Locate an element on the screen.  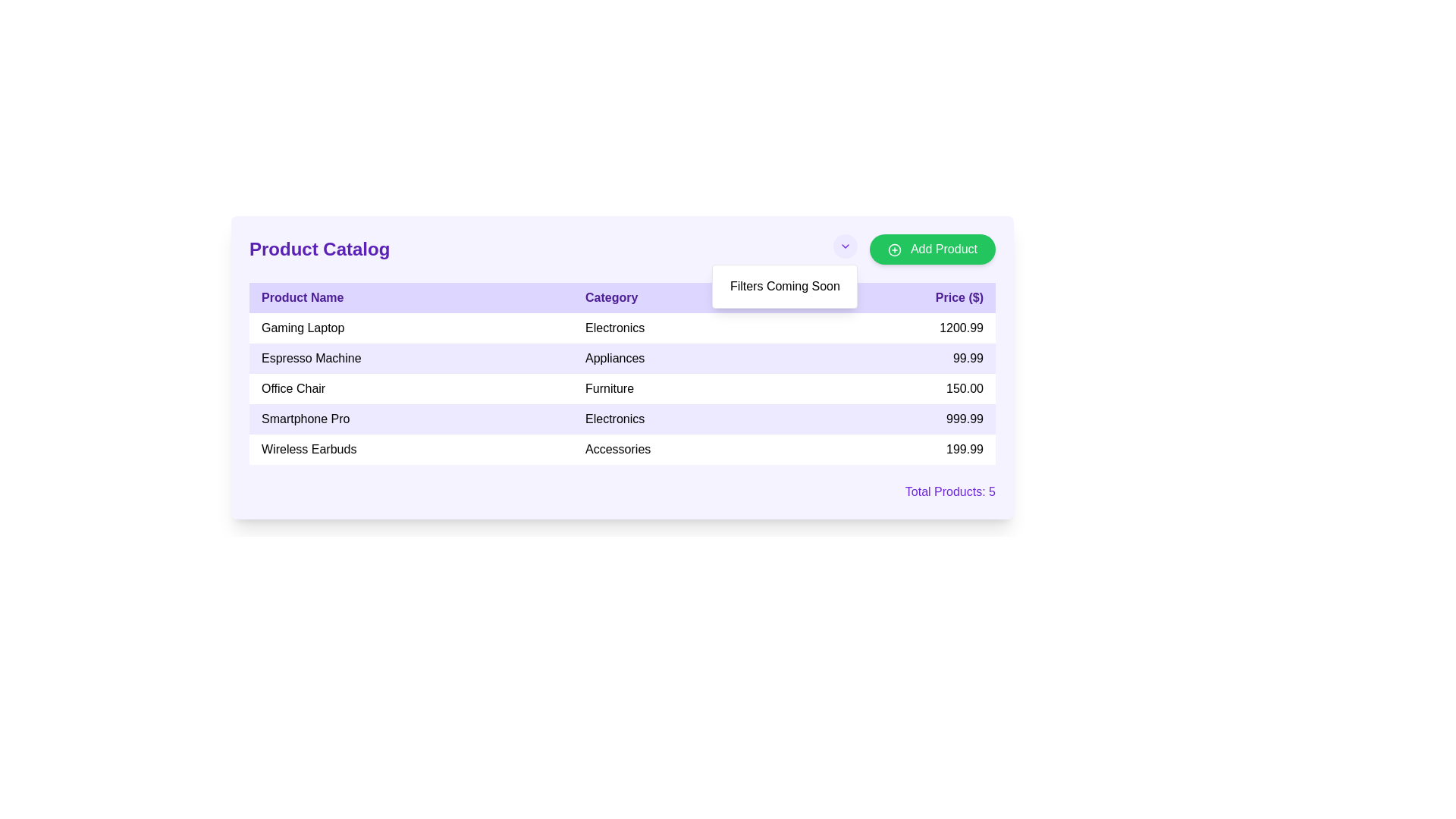
the circular violet button with a downward-facing arrow icon is located at coordinates (844, 245).